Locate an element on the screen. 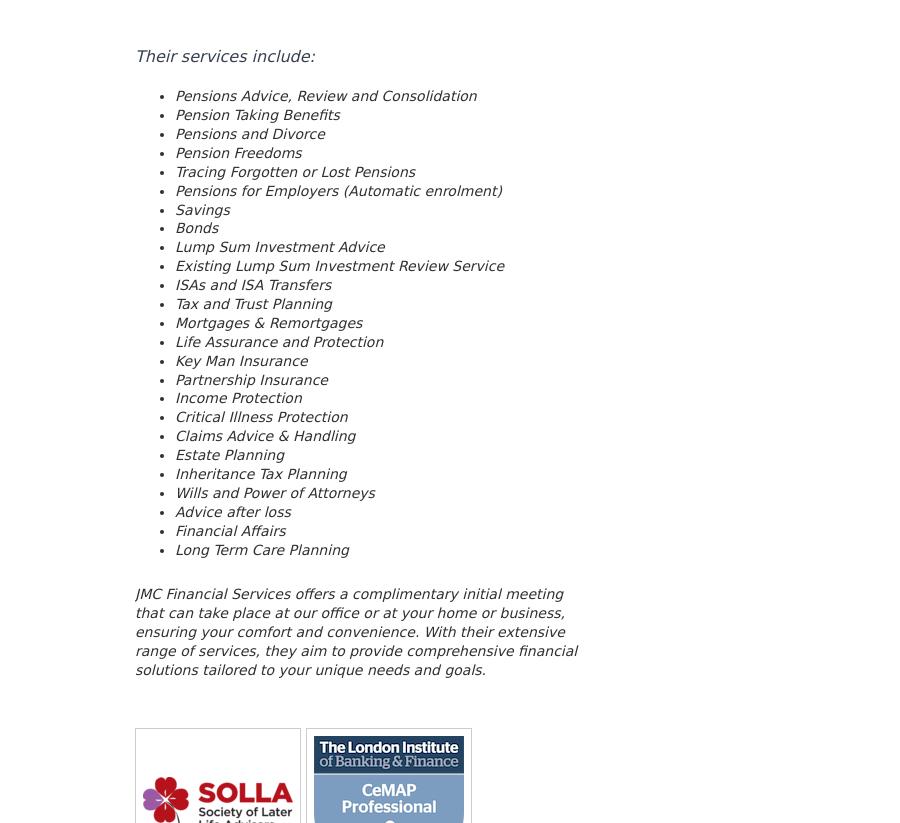 The height and width of the screenshot is (823, 900). 'Pensions for Employers (Automatic enrolment)' is located at coordinates (338, 190).